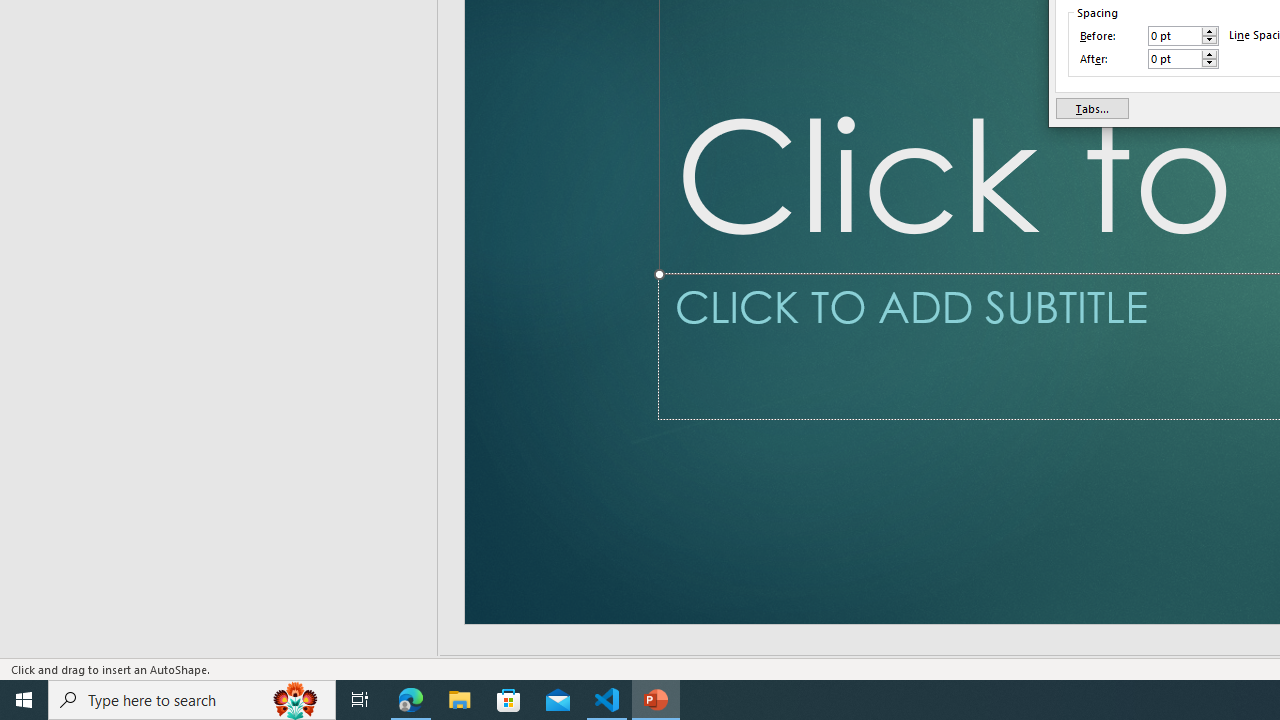 The width and height of the screenshot is (1280, 720). What do you see at coordinates (1091, 108) in the screenshot?
I see `'Tabs...'` at bounding box center [1091, 108].